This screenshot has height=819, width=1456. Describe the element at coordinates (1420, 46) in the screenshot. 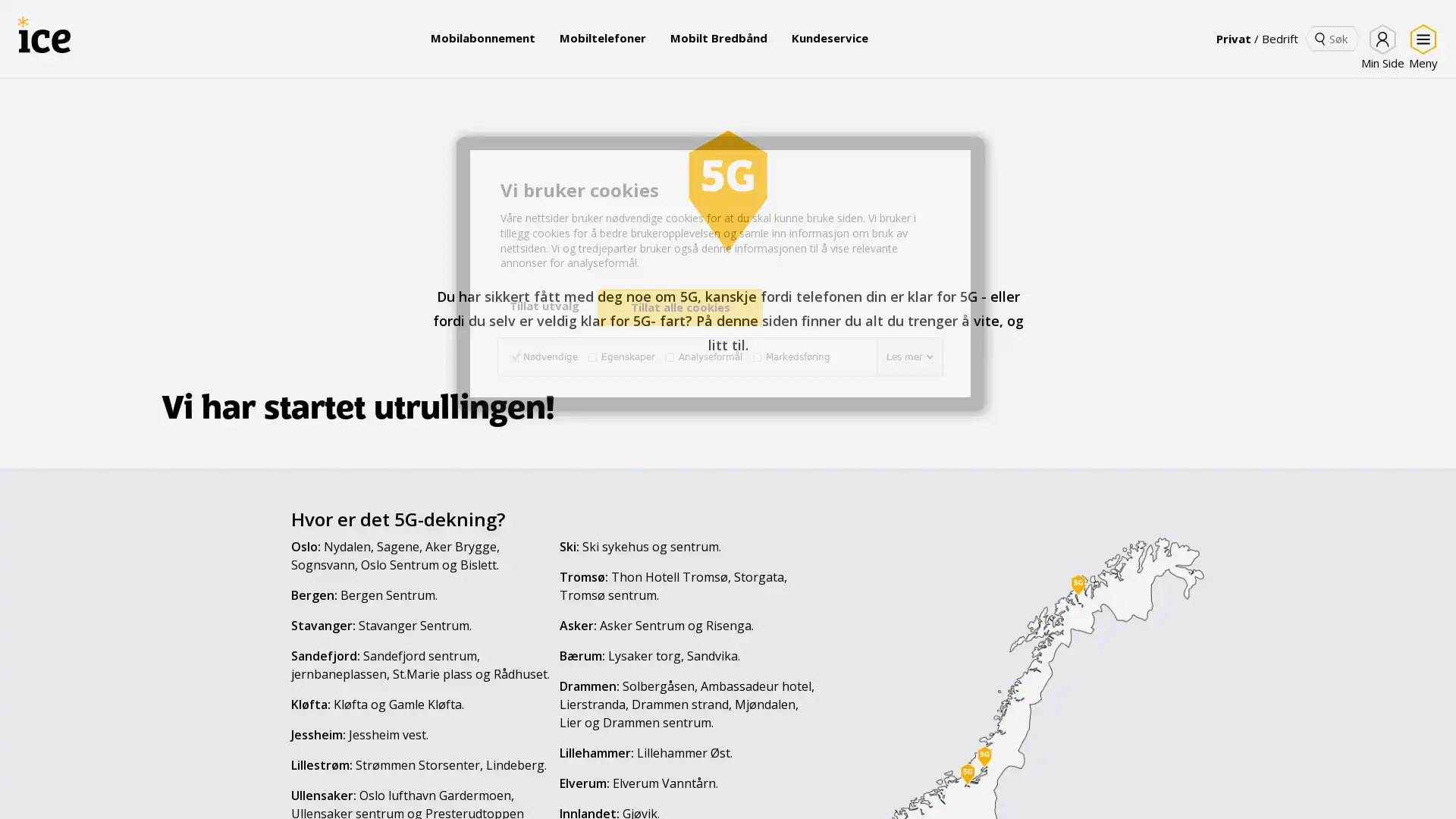

I see `Meny` at that location.